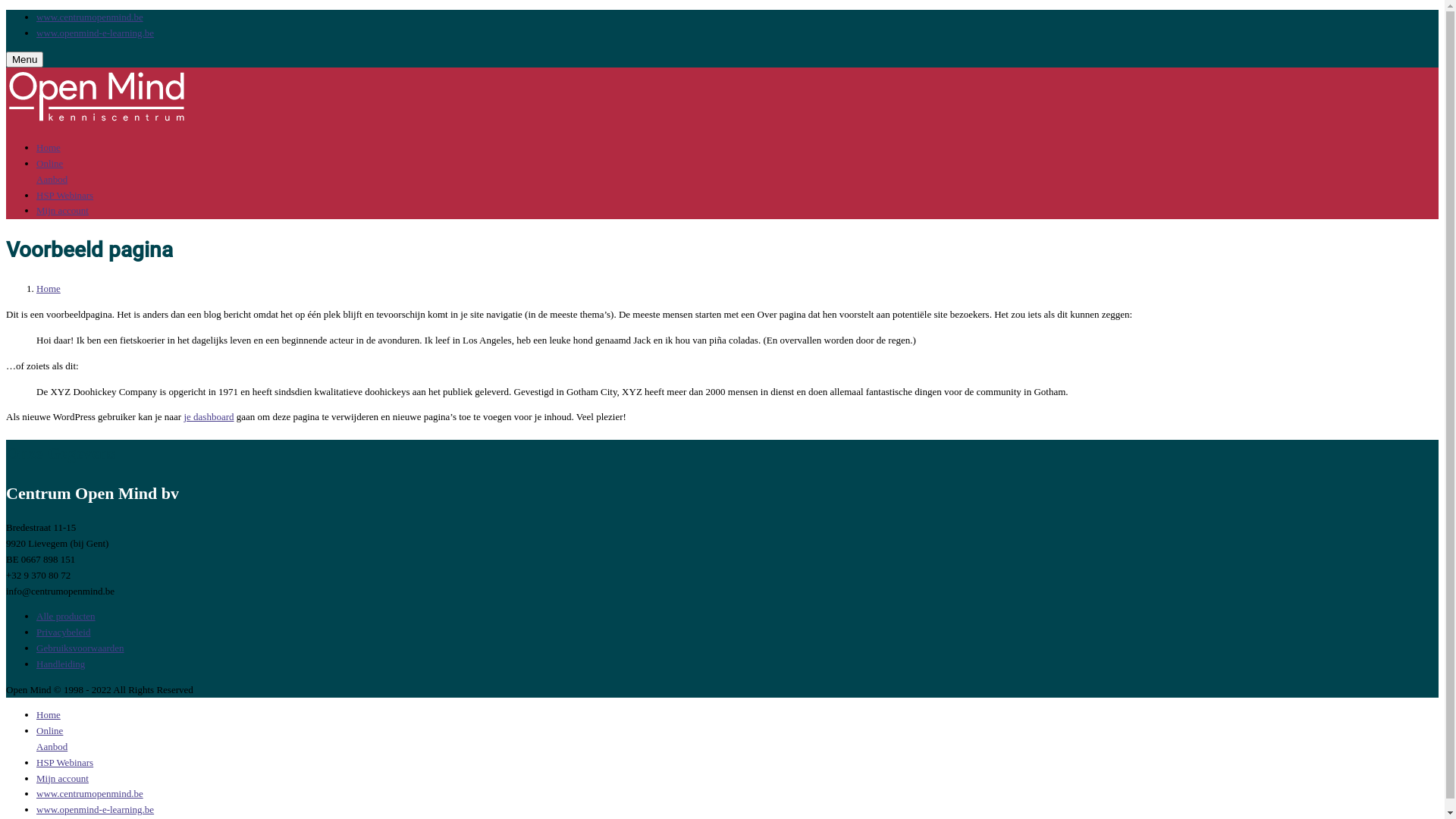  Describe the element at coordinates (207, 416) in the screenshot. I see `'je dashboard'` at that location.